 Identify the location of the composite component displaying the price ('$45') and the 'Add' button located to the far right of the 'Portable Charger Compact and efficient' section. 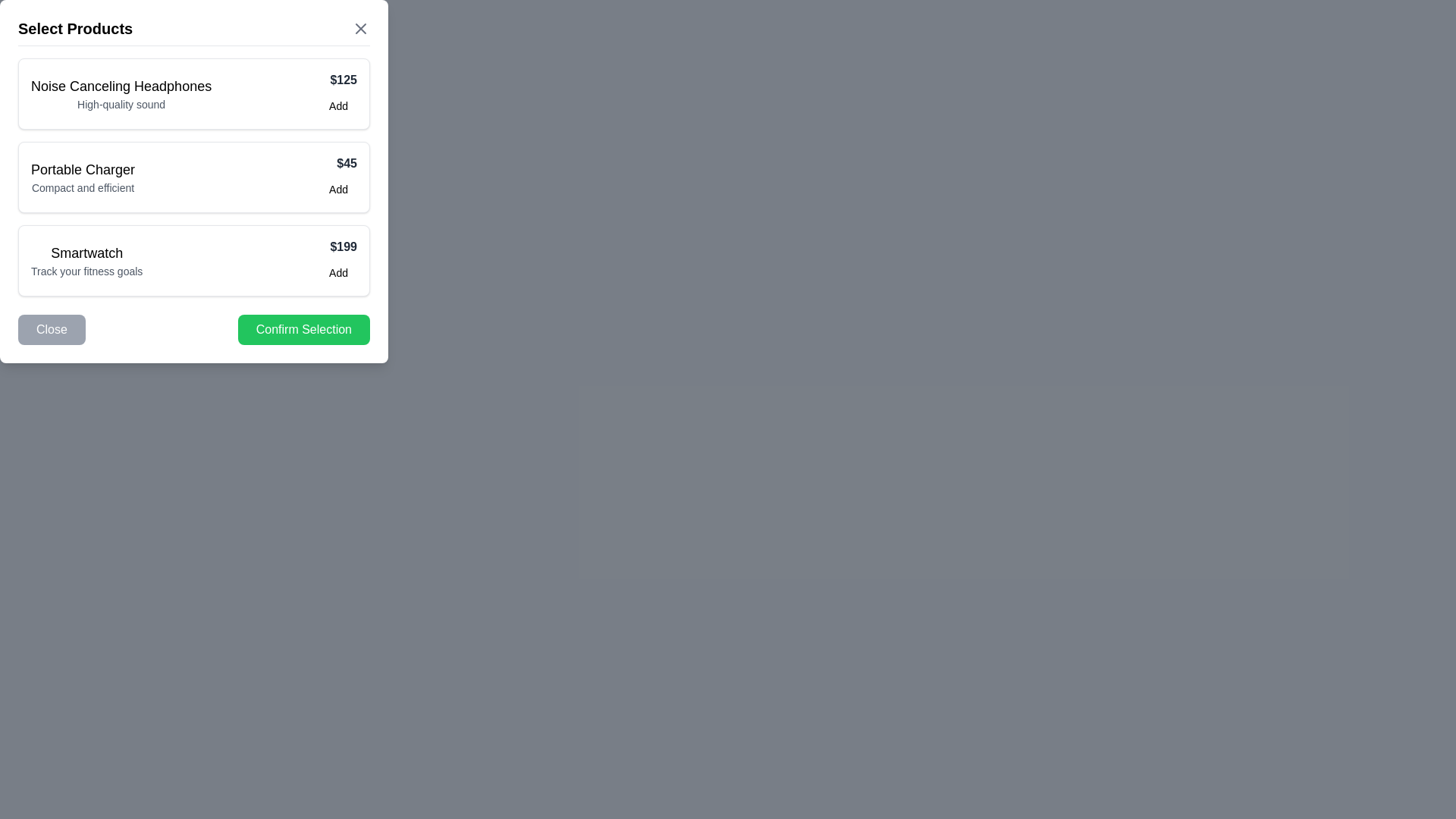
(337, 177).